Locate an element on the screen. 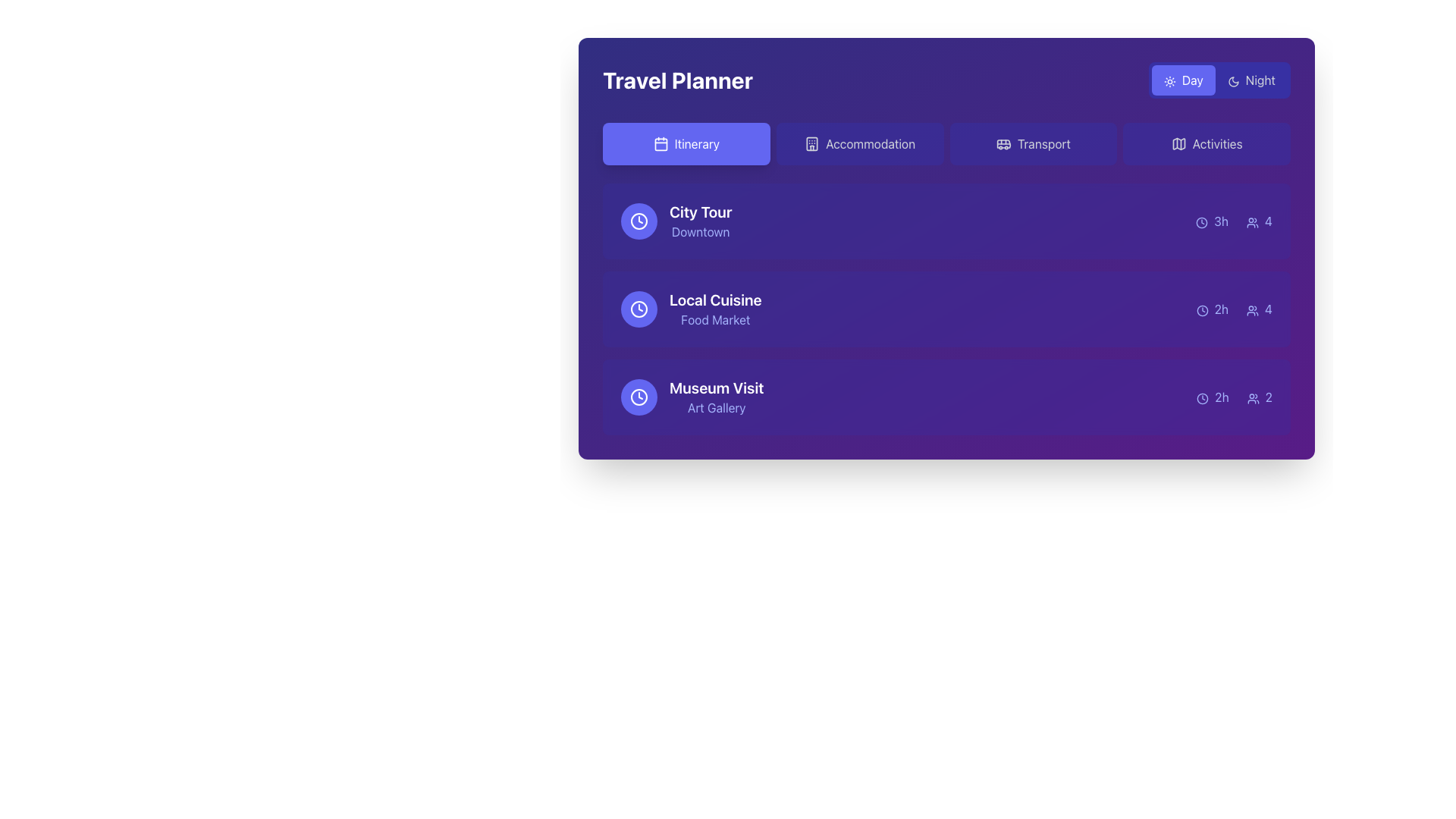  the participants icon located in the third row, adjacent to the '2h' duration and '4' participants label is located at coordinates (1252, 309).